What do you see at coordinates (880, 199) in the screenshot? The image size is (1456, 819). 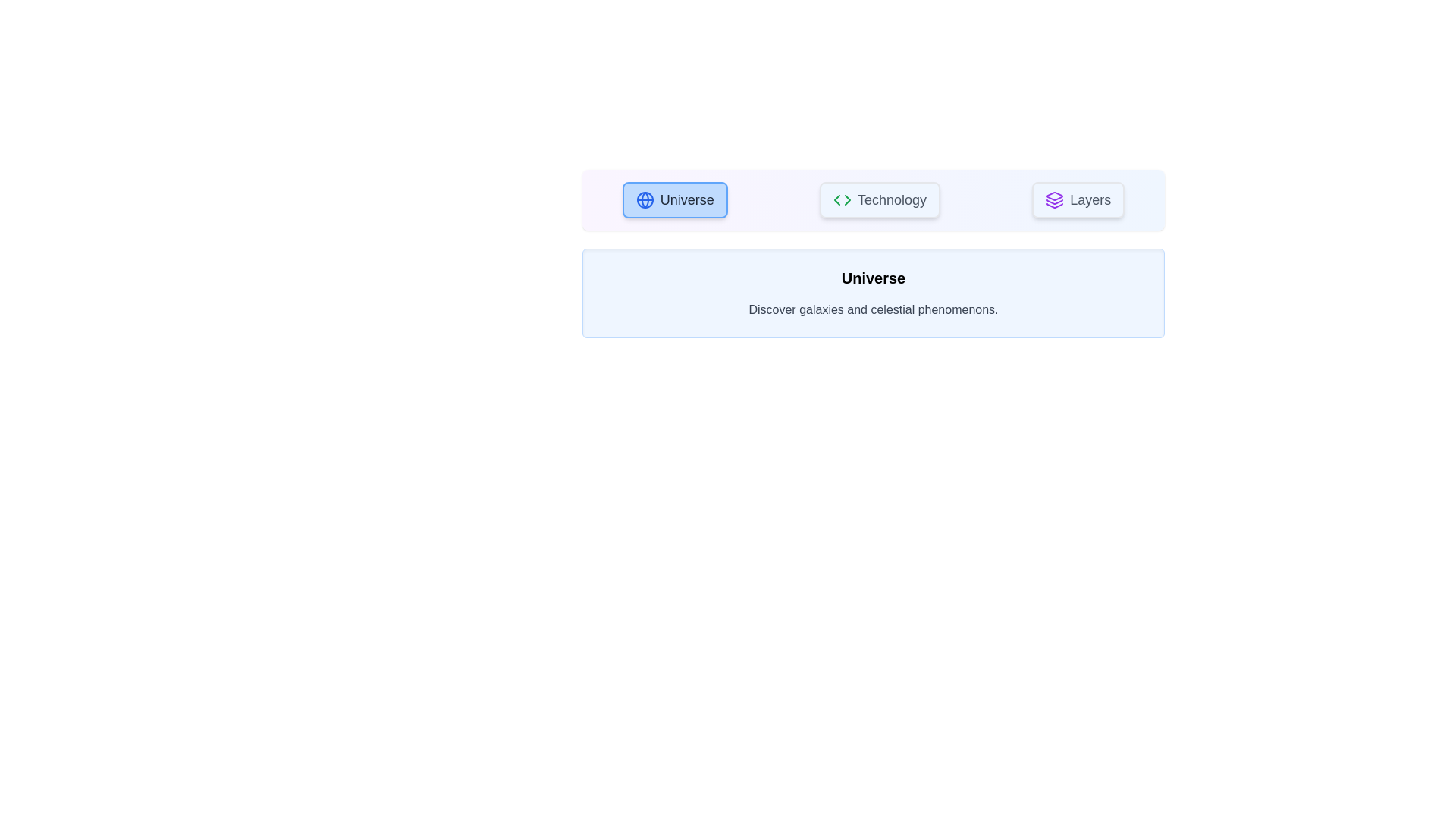 I see `the tab labeled 'Technology'` at bounding box center [880, 199].